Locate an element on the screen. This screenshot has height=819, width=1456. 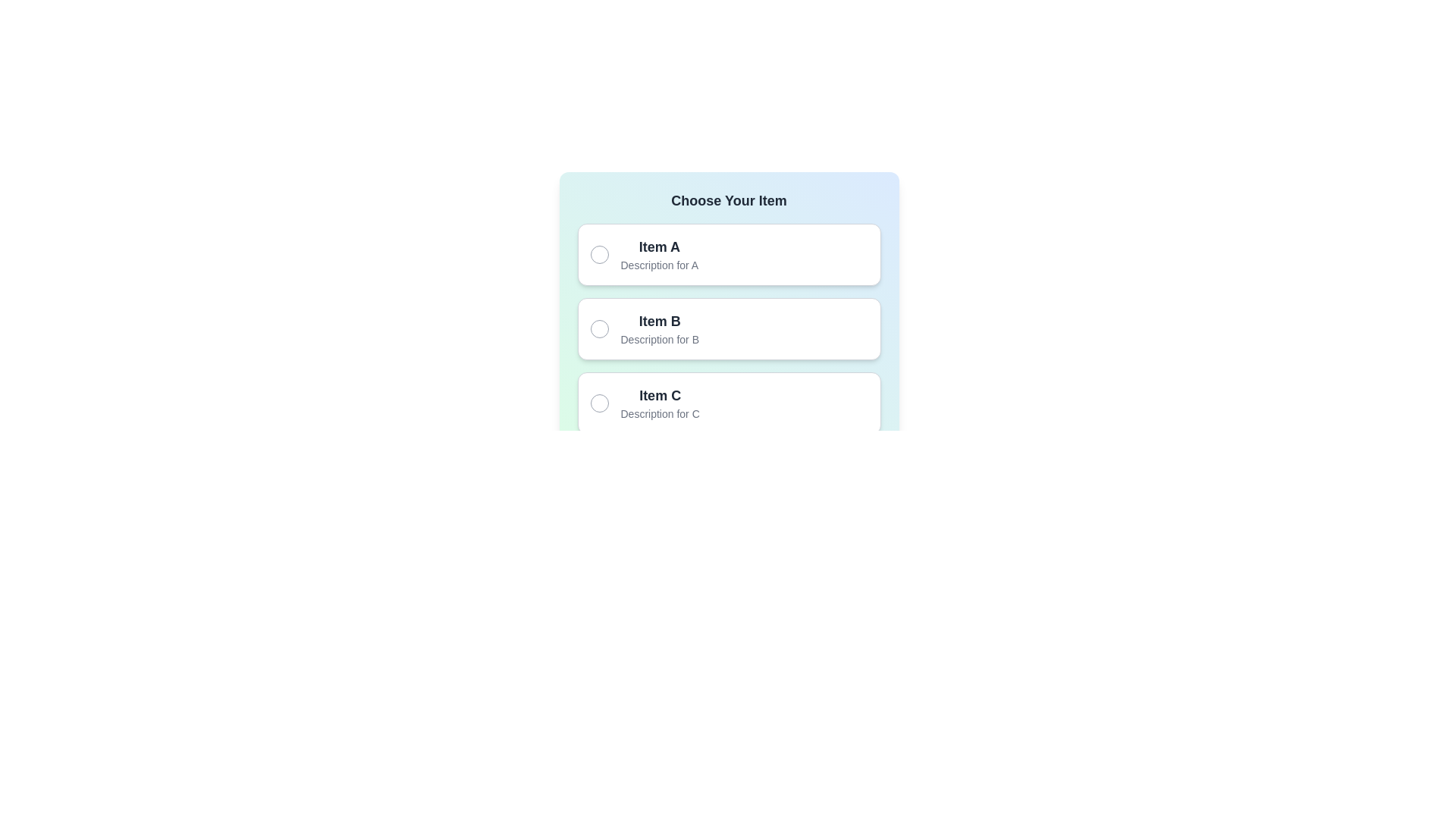
the circular radio button associated with 'Item B' is located at coordinates (598, 328).